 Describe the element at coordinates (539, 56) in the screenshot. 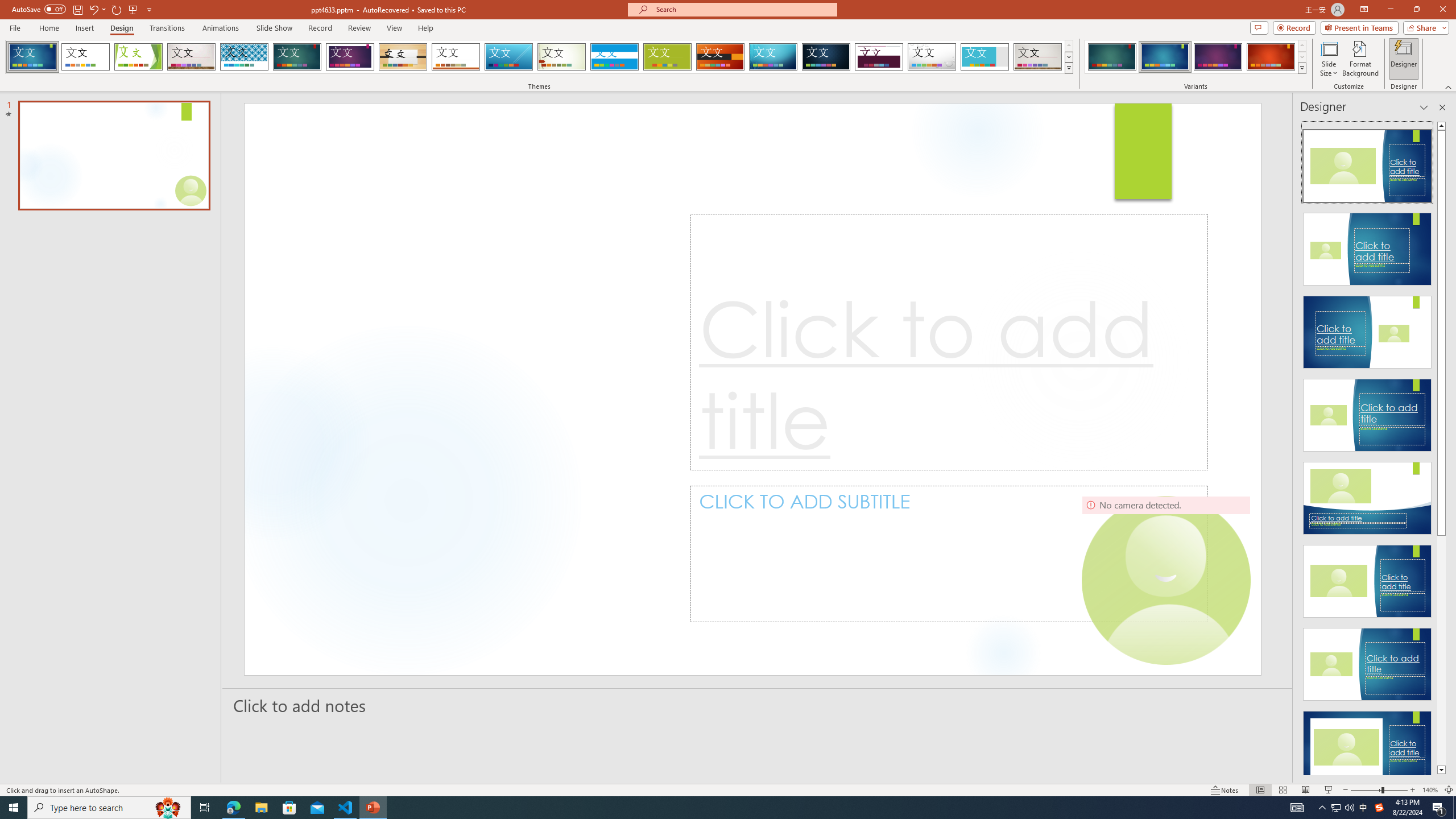

I see `'AutomationID: SlideThemesGallery'` at that location.